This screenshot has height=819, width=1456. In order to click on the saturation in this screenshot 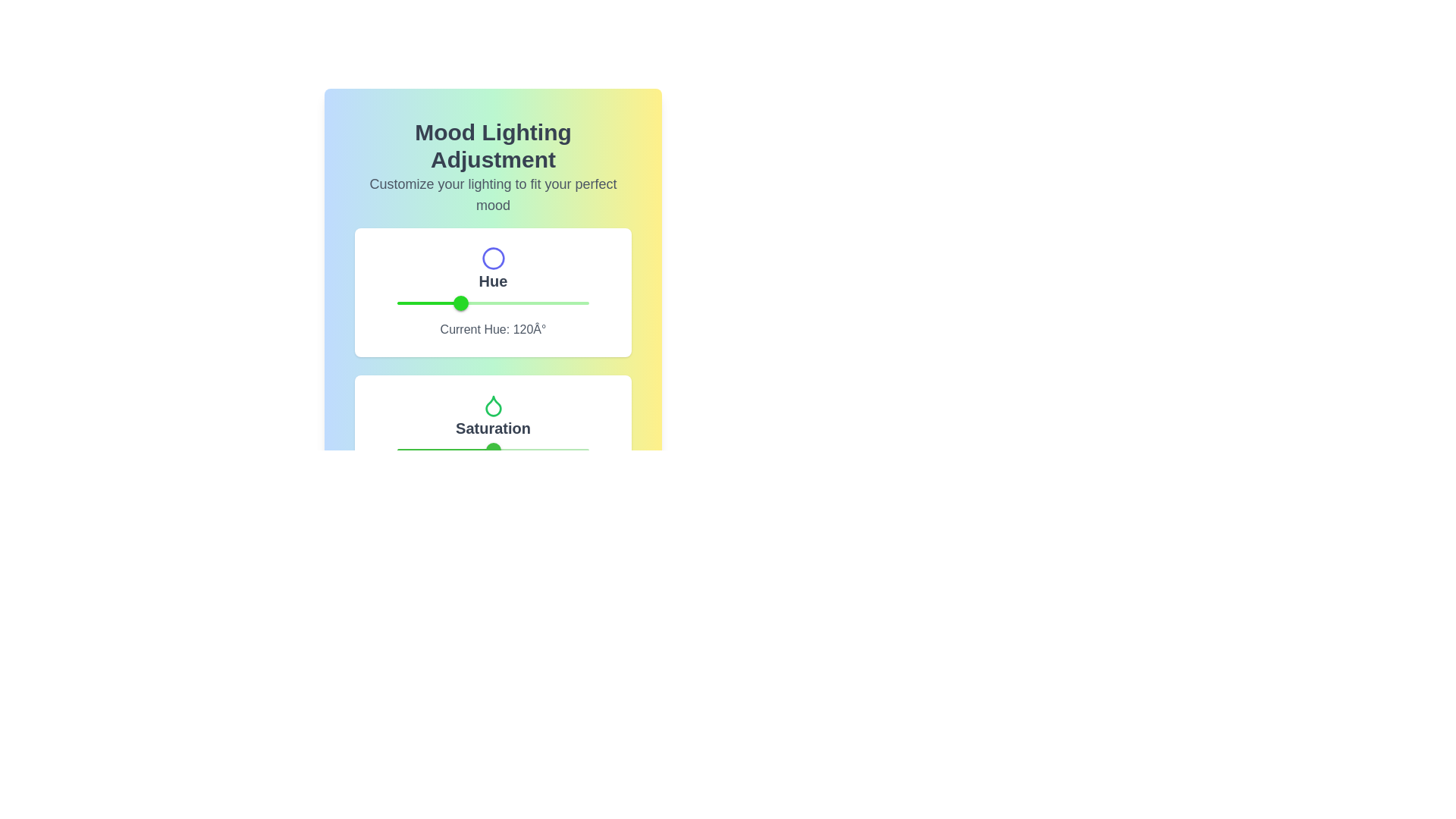, I will do `click(522, 450)`.